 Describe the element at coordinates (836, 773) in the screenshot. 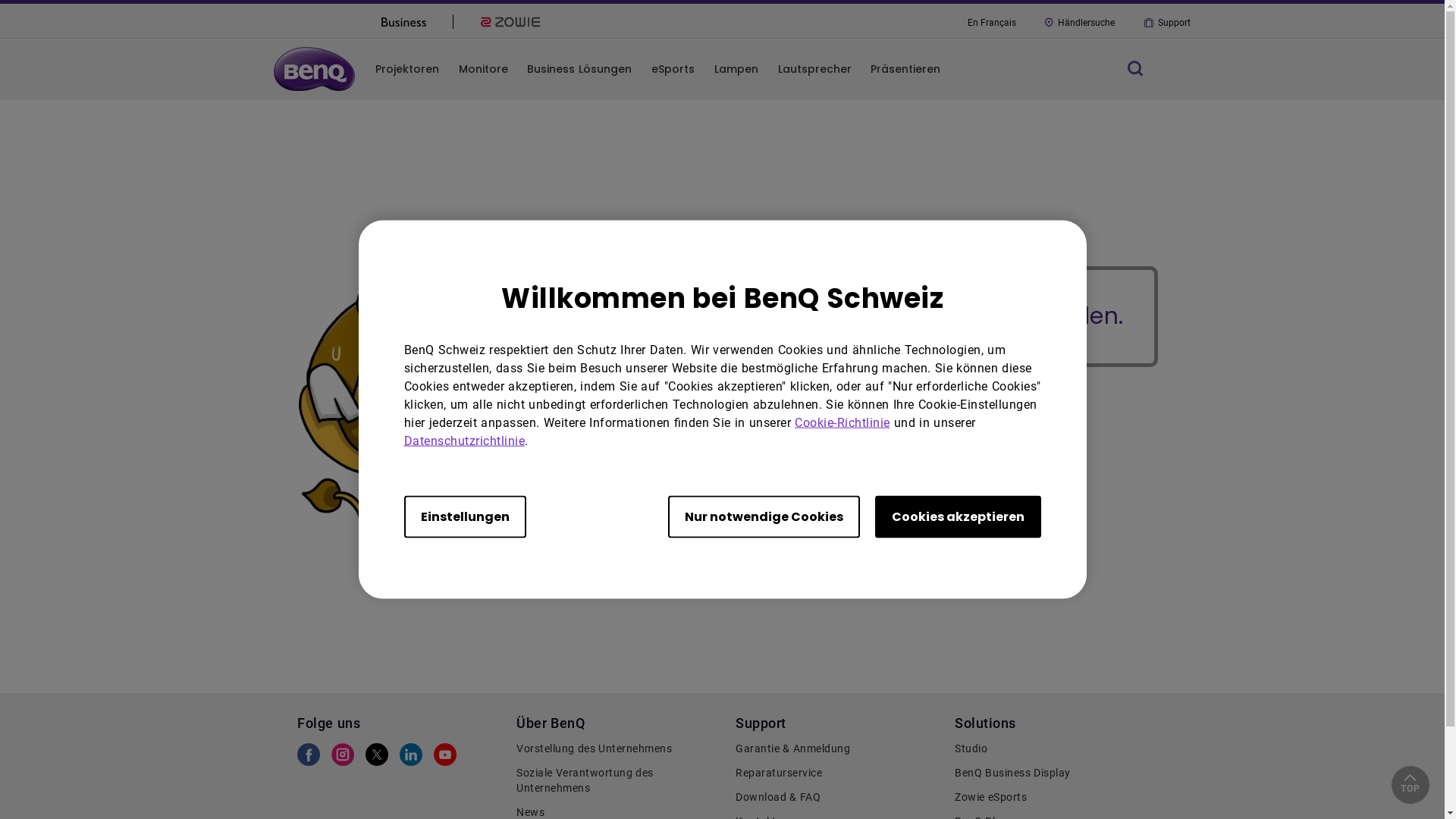

I see `'Reparaturservice'` at that location.